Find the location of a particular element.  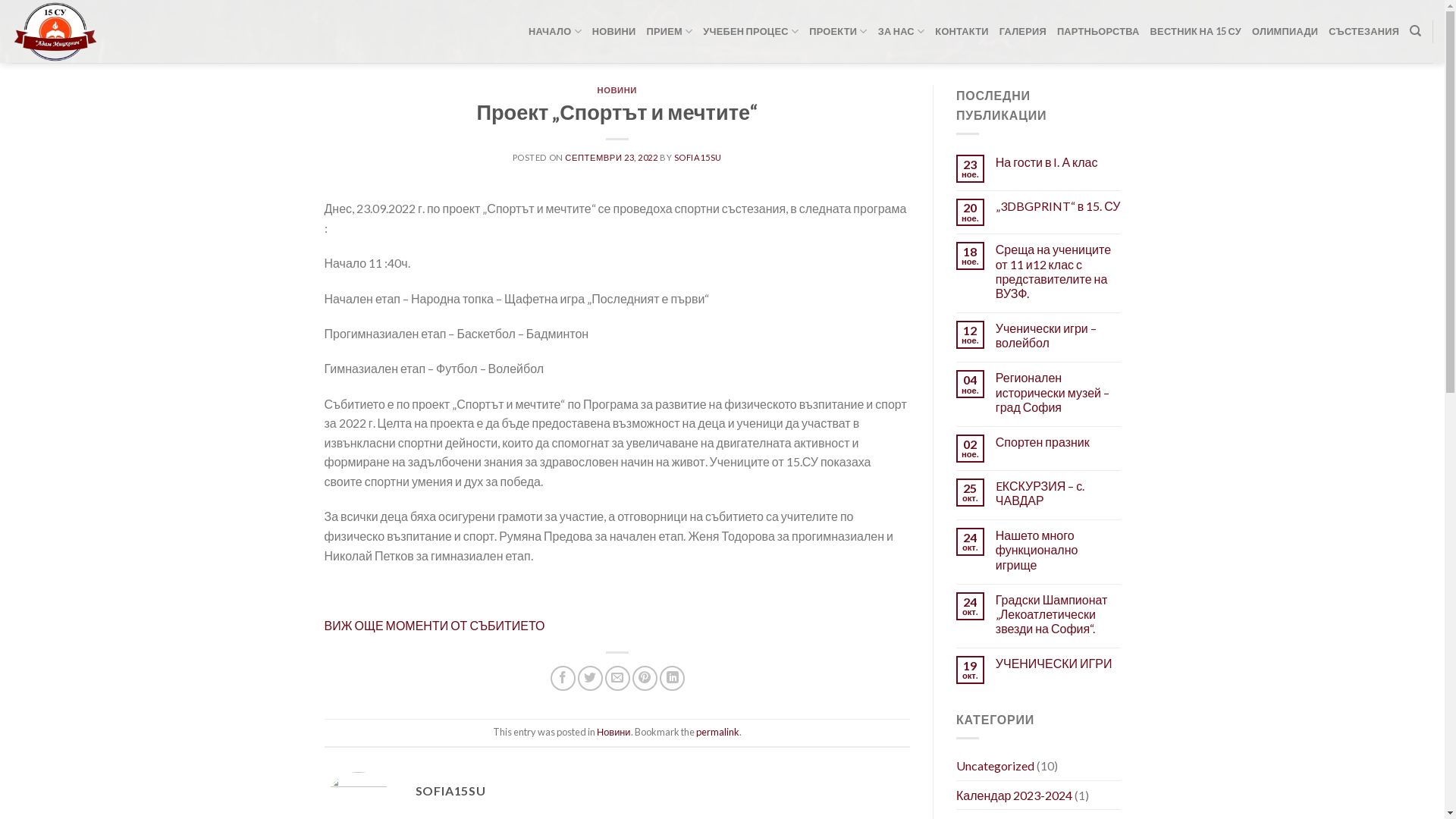

'Uncategorized' is located at coordinates (995, 766).